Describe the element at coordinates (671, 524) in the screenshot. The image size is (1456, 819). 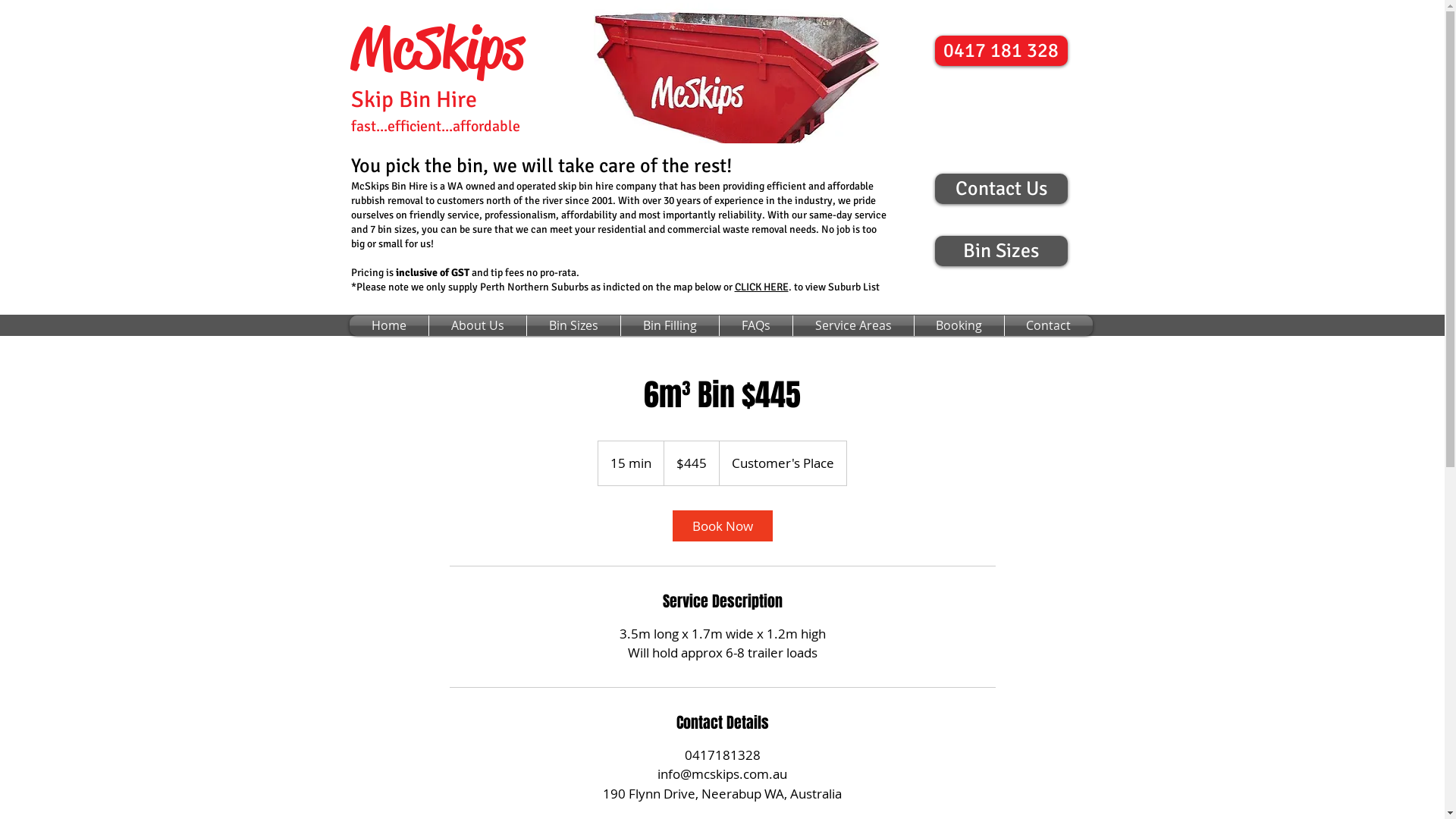
I see `'Book Now'` at that location.